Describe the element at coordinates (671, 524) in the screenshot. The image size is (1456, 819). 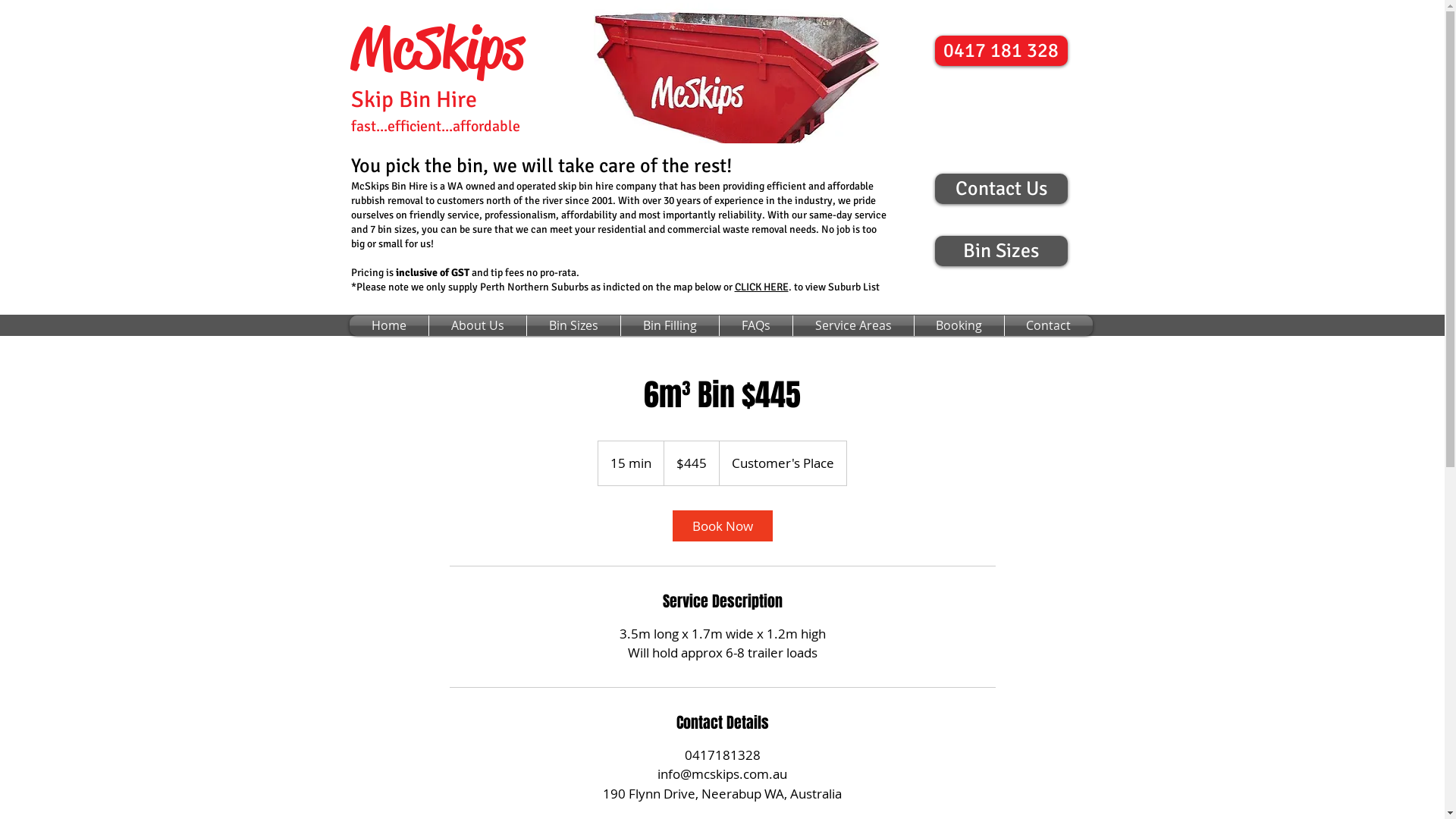
I see `'Book Now'` at that location.